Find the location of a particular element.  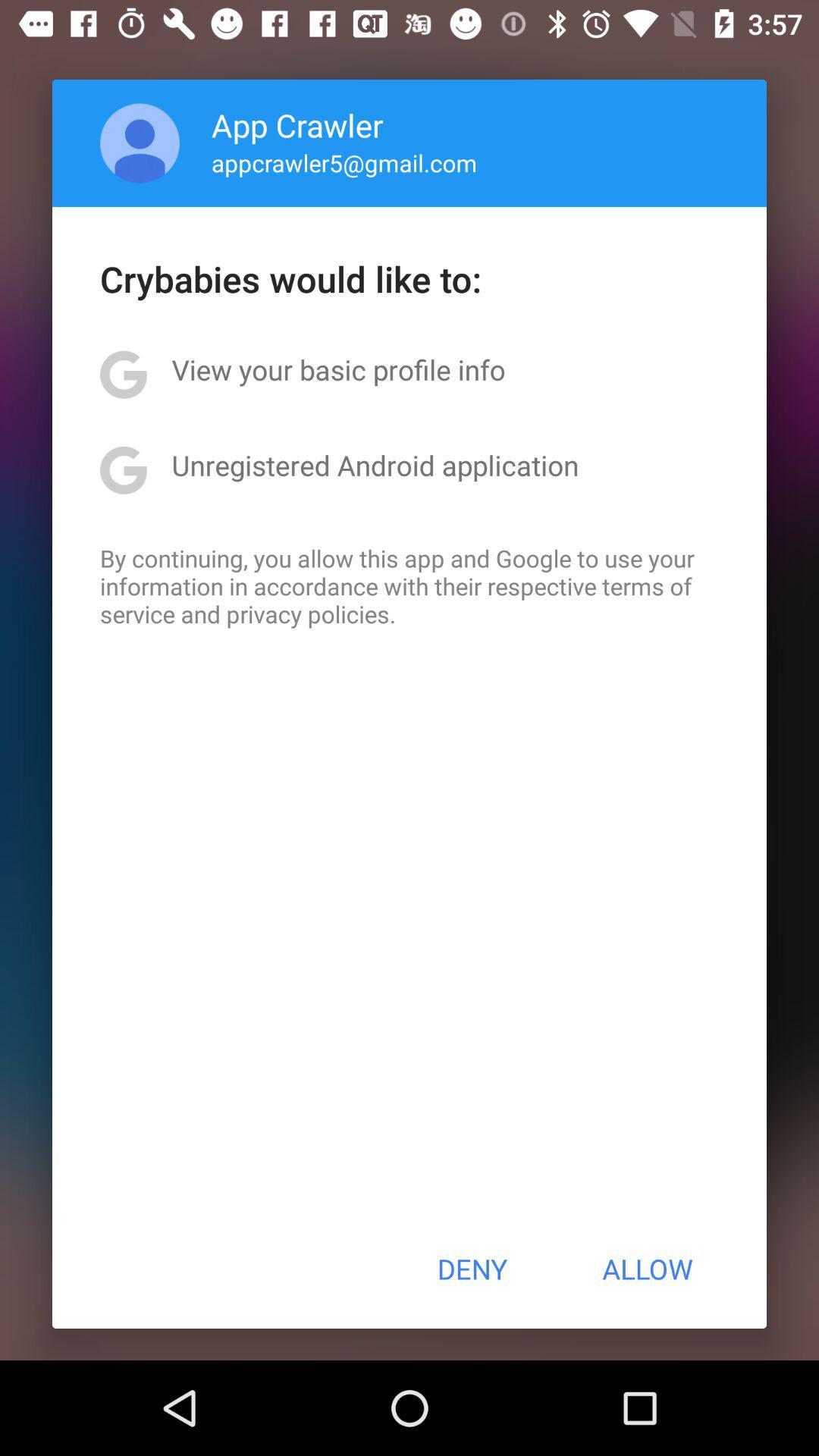

app above appcrawler5@gmail.com is located at coordinates (297, 124).